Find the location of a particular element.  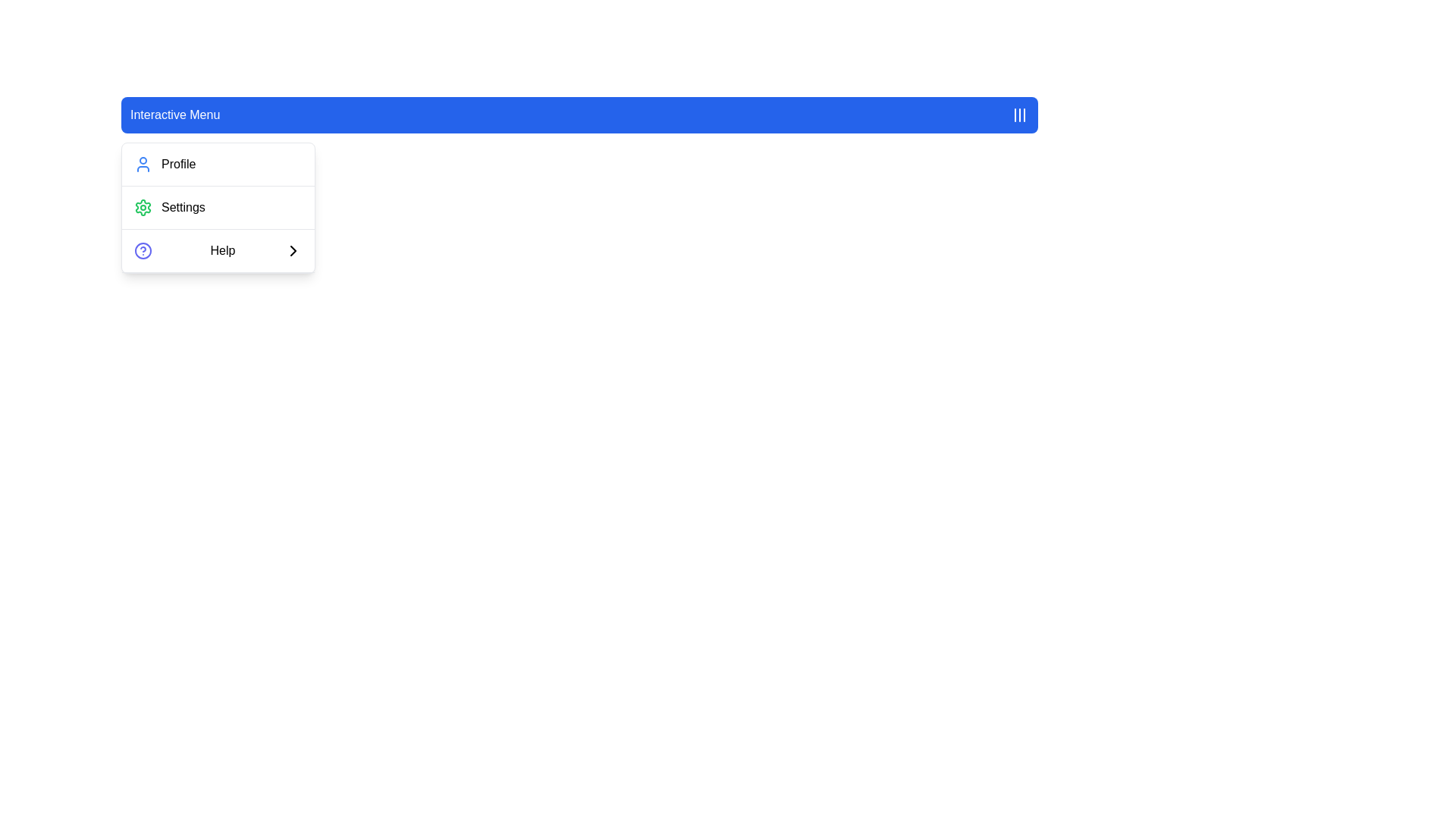

the settings icon located near the top left of the dropdown menu, adjacent to the label 'Settings', to interact with the settings option is located at coordinates (143, 207).